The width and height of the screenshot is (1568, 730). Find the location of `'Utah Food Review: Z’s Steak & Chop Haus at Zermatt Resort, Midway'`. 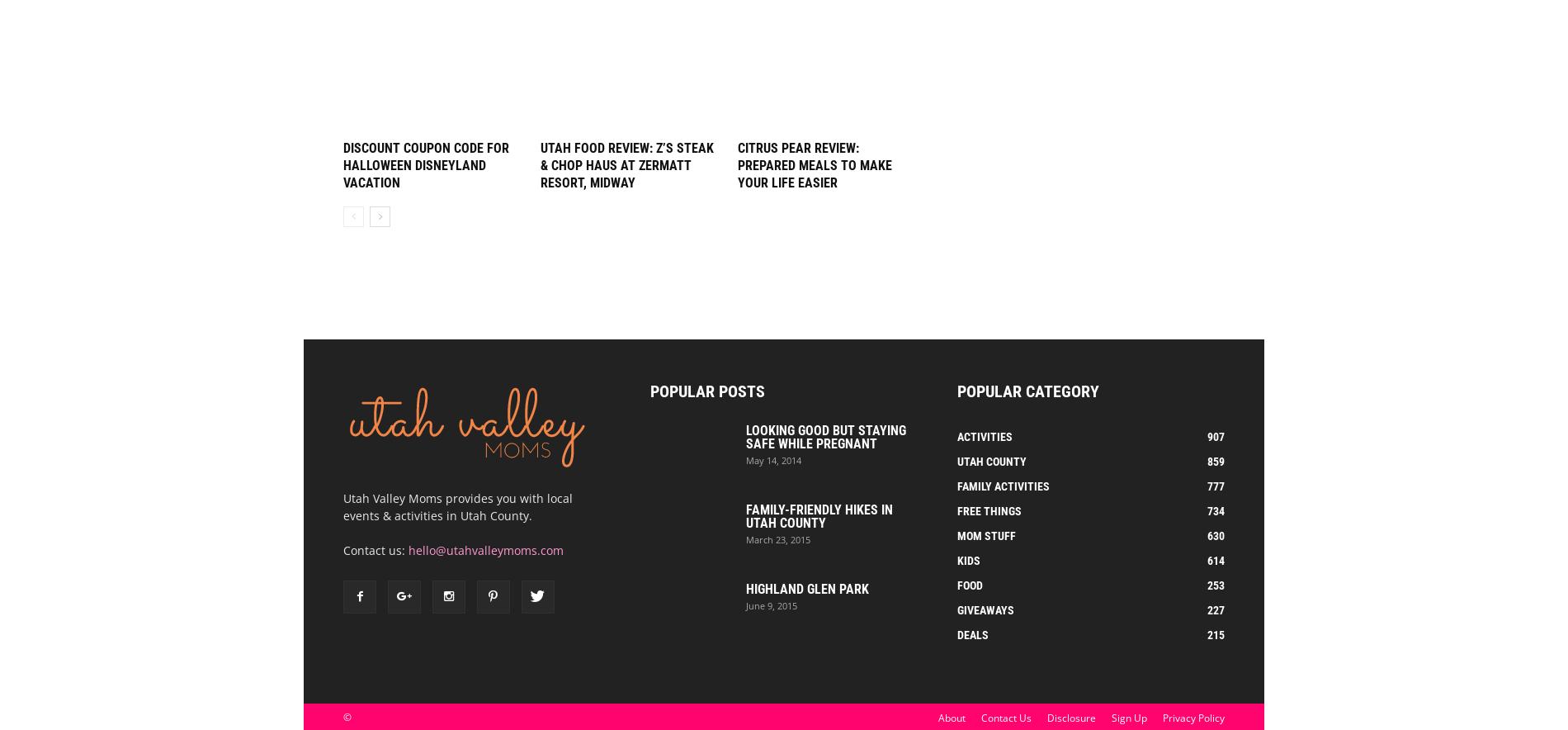

'Utah Food Review: Z’s Steak & Chop Haus at Zermatt Resort, Midway' is located at coordinates (626, 164).